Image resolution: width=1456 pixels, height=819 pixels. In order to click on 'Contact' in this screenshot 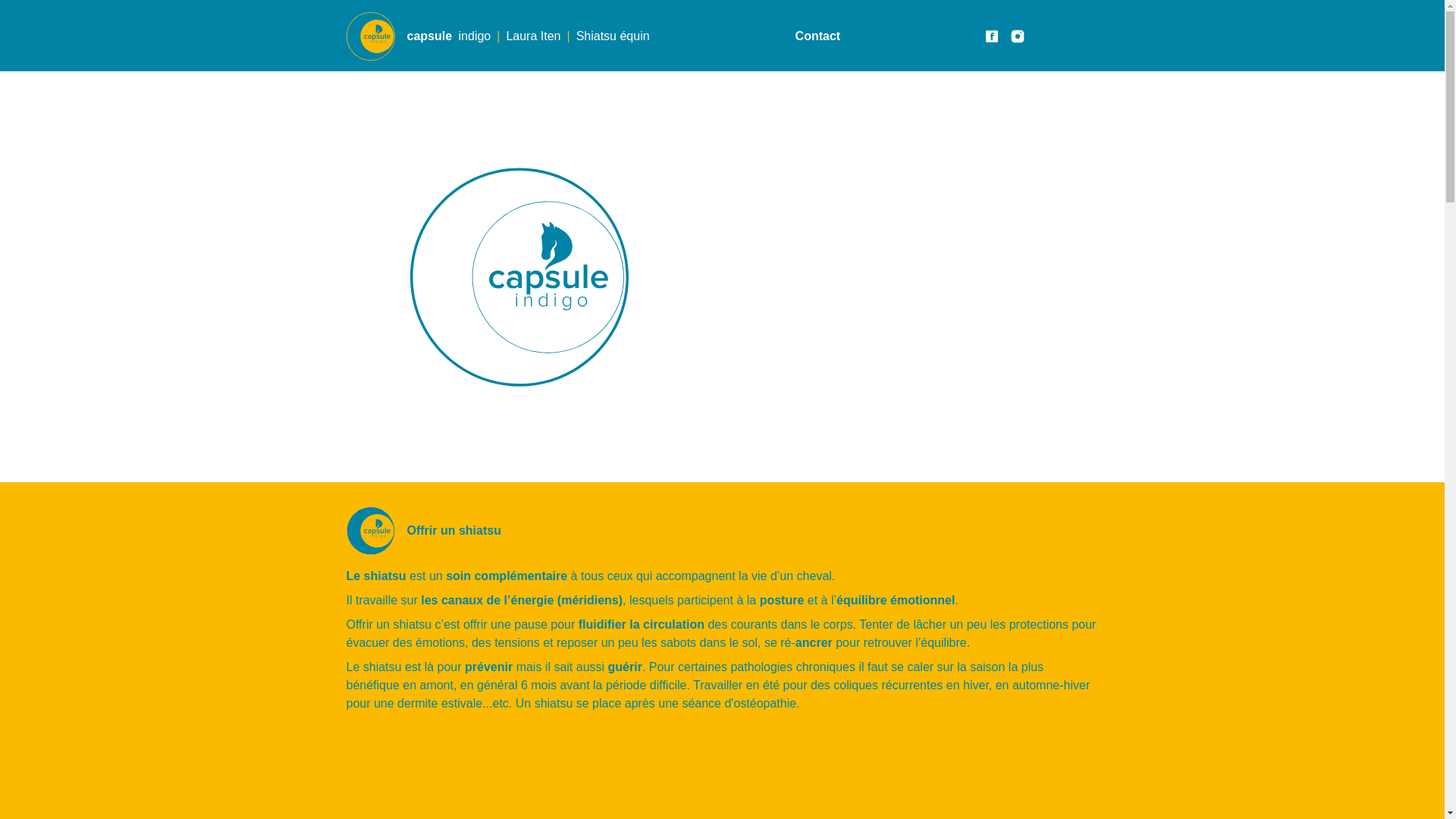, I will do `click(817, 35)`.